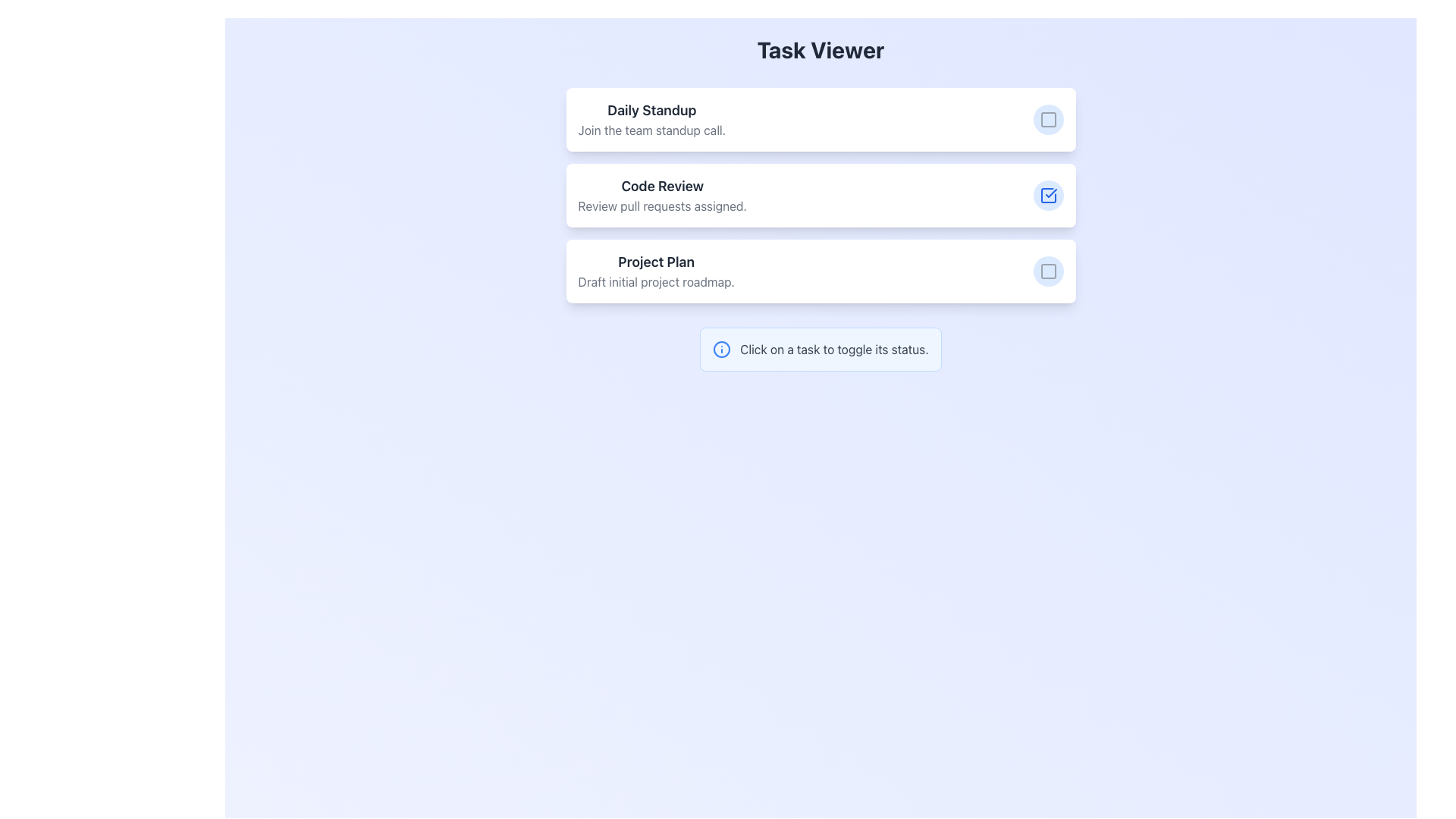 Image resolution: width=1456 pixels, height=819 pixels. Describe the element at coordinates (1047, 119) in the screenshot. I see `the gray outlined square icon with rounded edges inside the blue circular button located next to the 'Daily Standup' task in the task list` at that location.